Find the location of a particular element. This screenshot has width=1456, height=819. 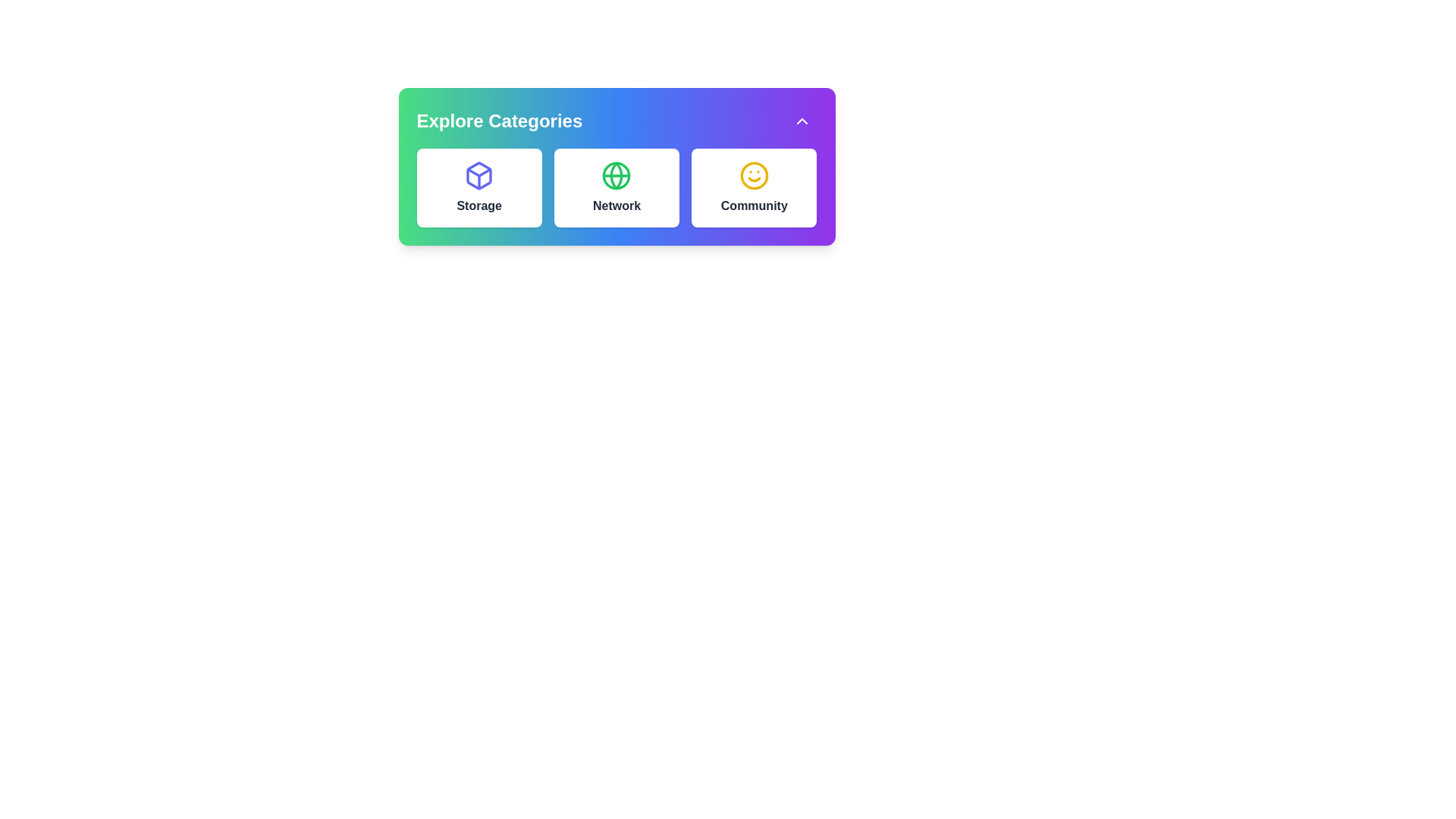

the 'Network' category card in the center column of the grid under 'Explore Categories' is located at coordinates (617, 187).